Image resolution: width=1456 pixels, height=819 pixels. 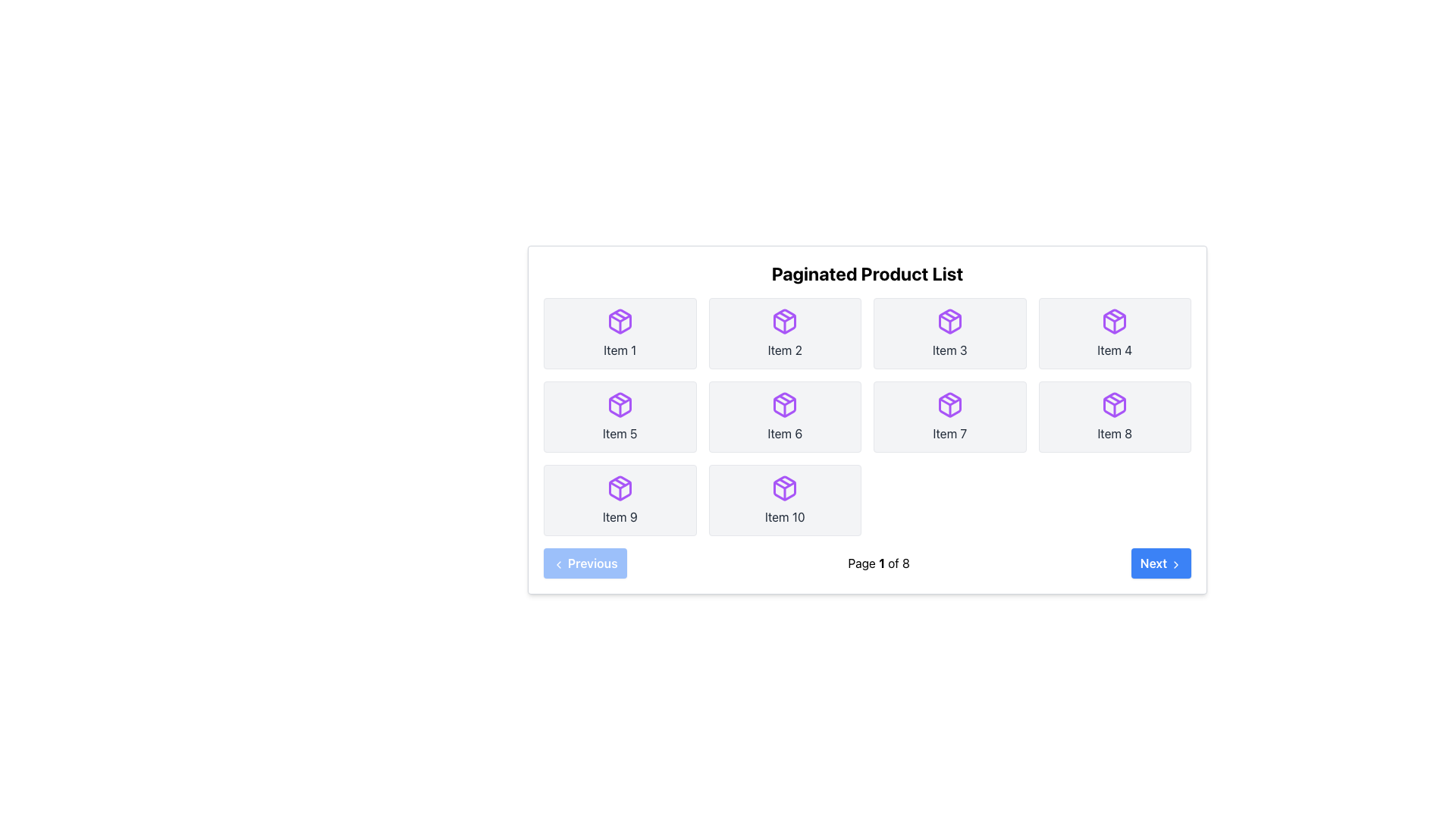 I want to click on the purple box-shaped icon located in the center of the gray card labeled 'Item 9', which has a distinct 3D map-like appearance, so click(x=620, y=488).